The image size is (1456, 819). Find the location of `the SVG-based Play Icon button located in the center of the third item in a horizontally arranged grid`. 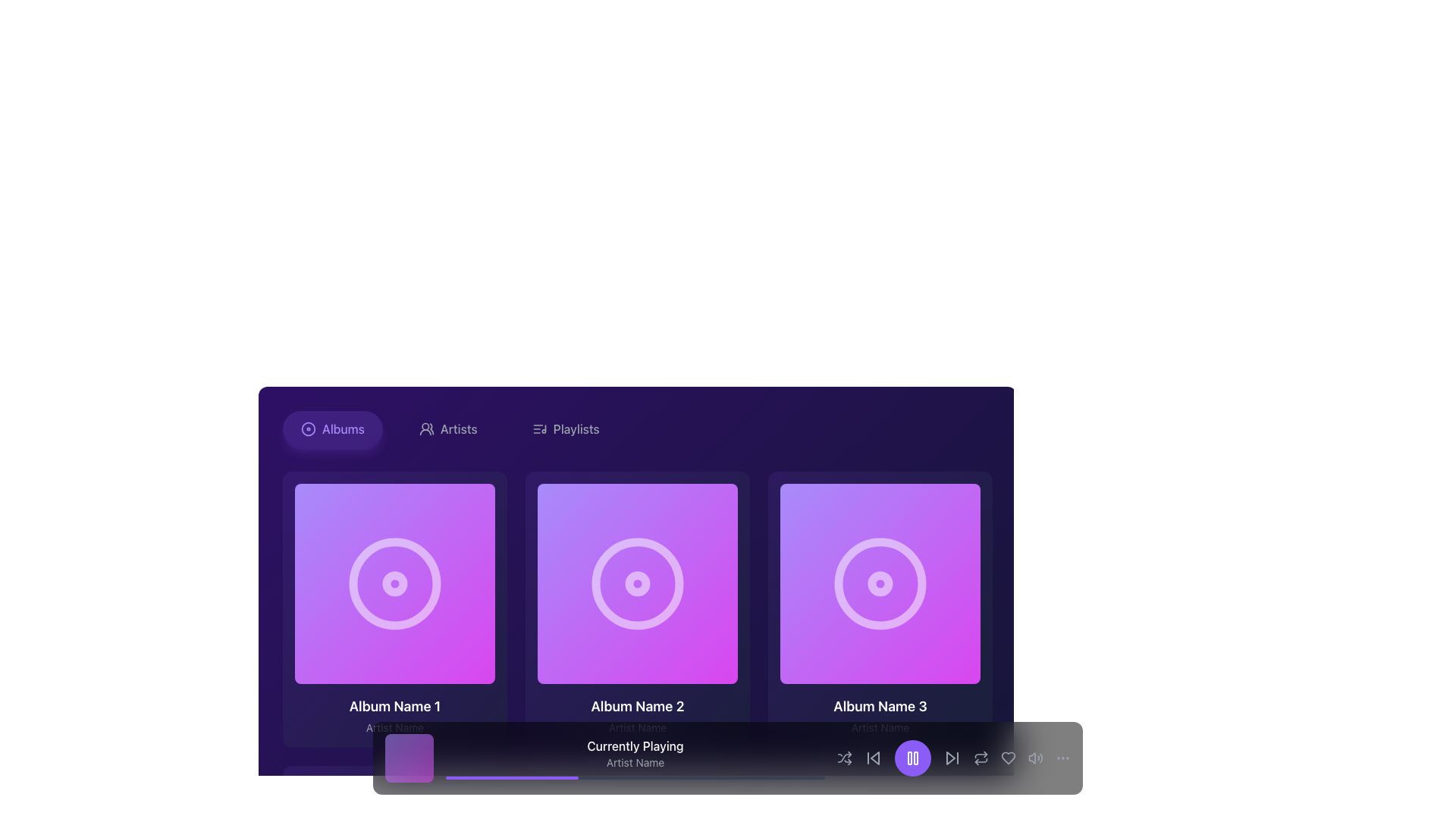

the SVG-based Play Icon button located in the center of the third item in a horizontally arranged grid is located at coordinates (881, 583).